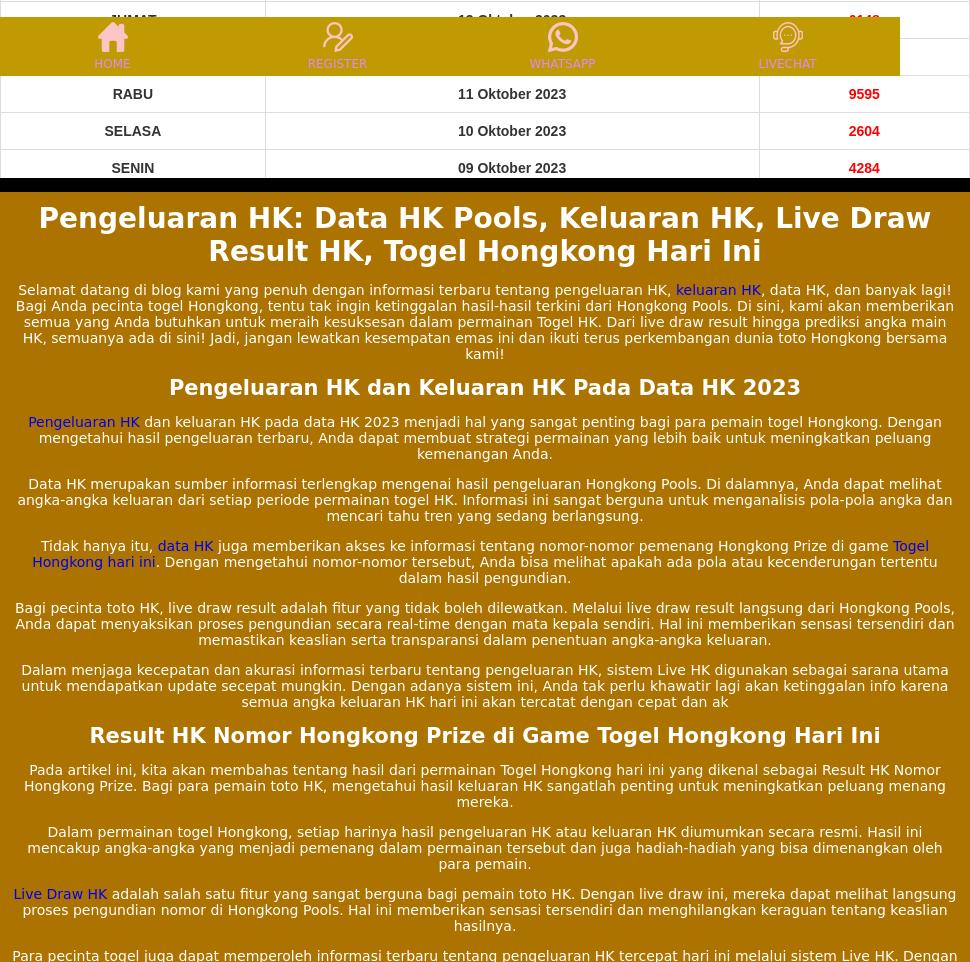  Describe the element at coordinates (483, 783) in the screenshot. I see `'Pada artikel ini, kita akan membahas tentang hasil dari permainan Togel Hongkong hari ini yang dikenal sebagai Result HK Nomor Hongkong Prize. Bagi para pemain toto HK, mengetahui hasil keluaran HK sangatlah penting untuk meningkatkan peluang menang mereka.'` at that location.